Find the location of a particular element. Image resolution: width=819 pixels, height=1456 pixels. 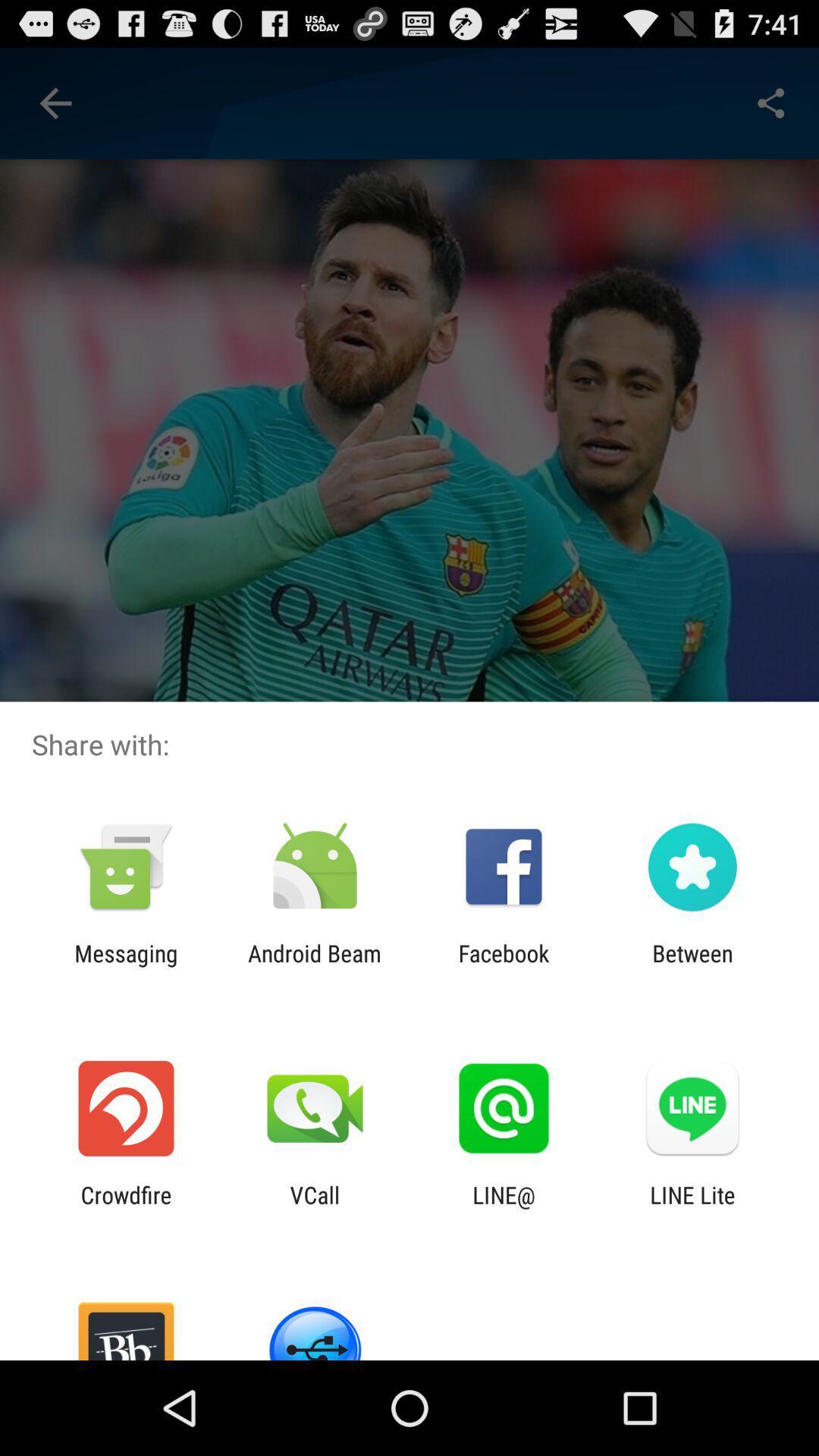

the item to the left of facebook item is located at coordinates (314, 966).